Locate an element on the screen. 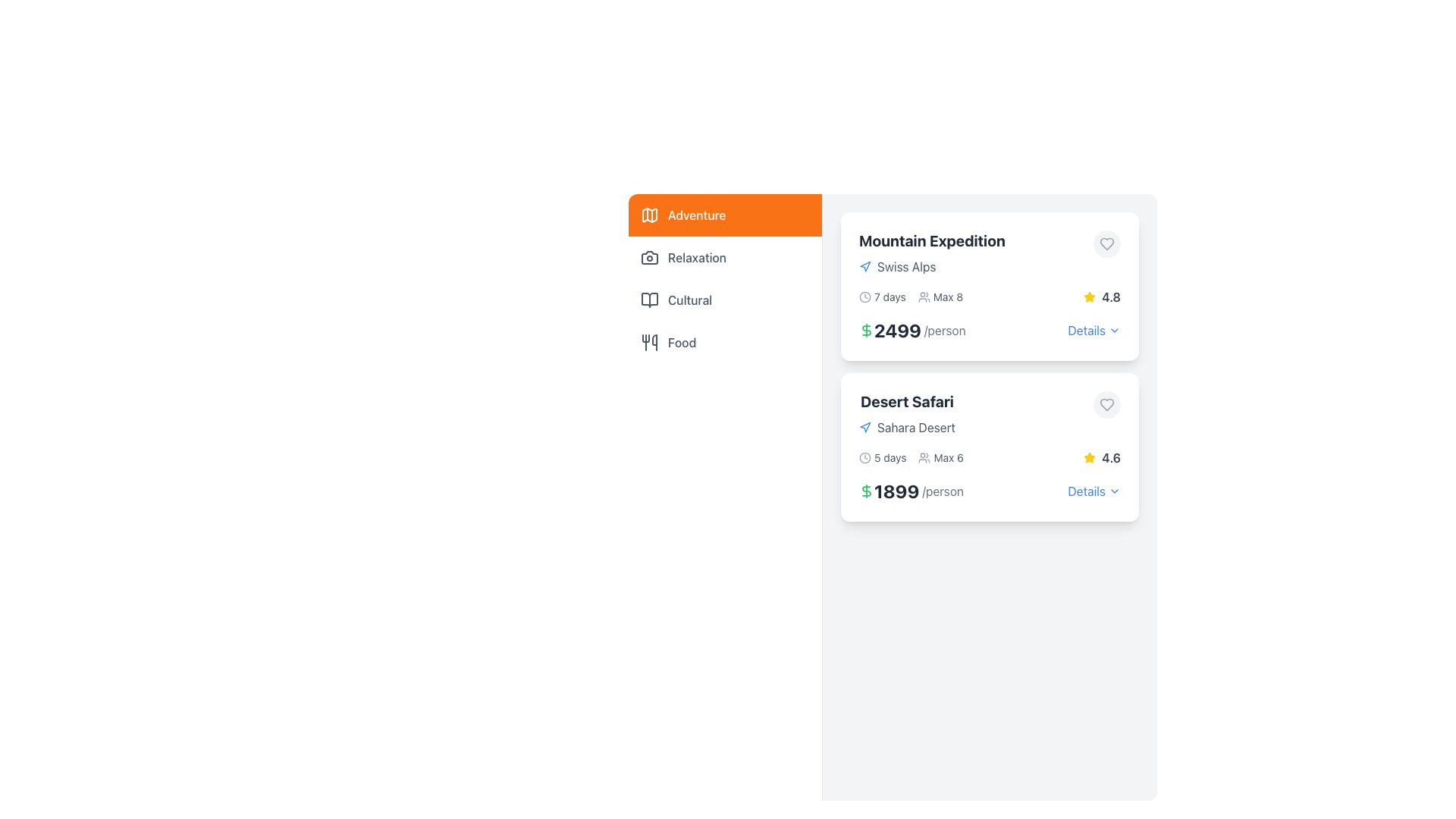 The image size is (1456, 819). the static text label that indicates the maximum allowable group size for the 'Desert Safari' trip, located to the right of the people icon is located at coordinates (948, 457).